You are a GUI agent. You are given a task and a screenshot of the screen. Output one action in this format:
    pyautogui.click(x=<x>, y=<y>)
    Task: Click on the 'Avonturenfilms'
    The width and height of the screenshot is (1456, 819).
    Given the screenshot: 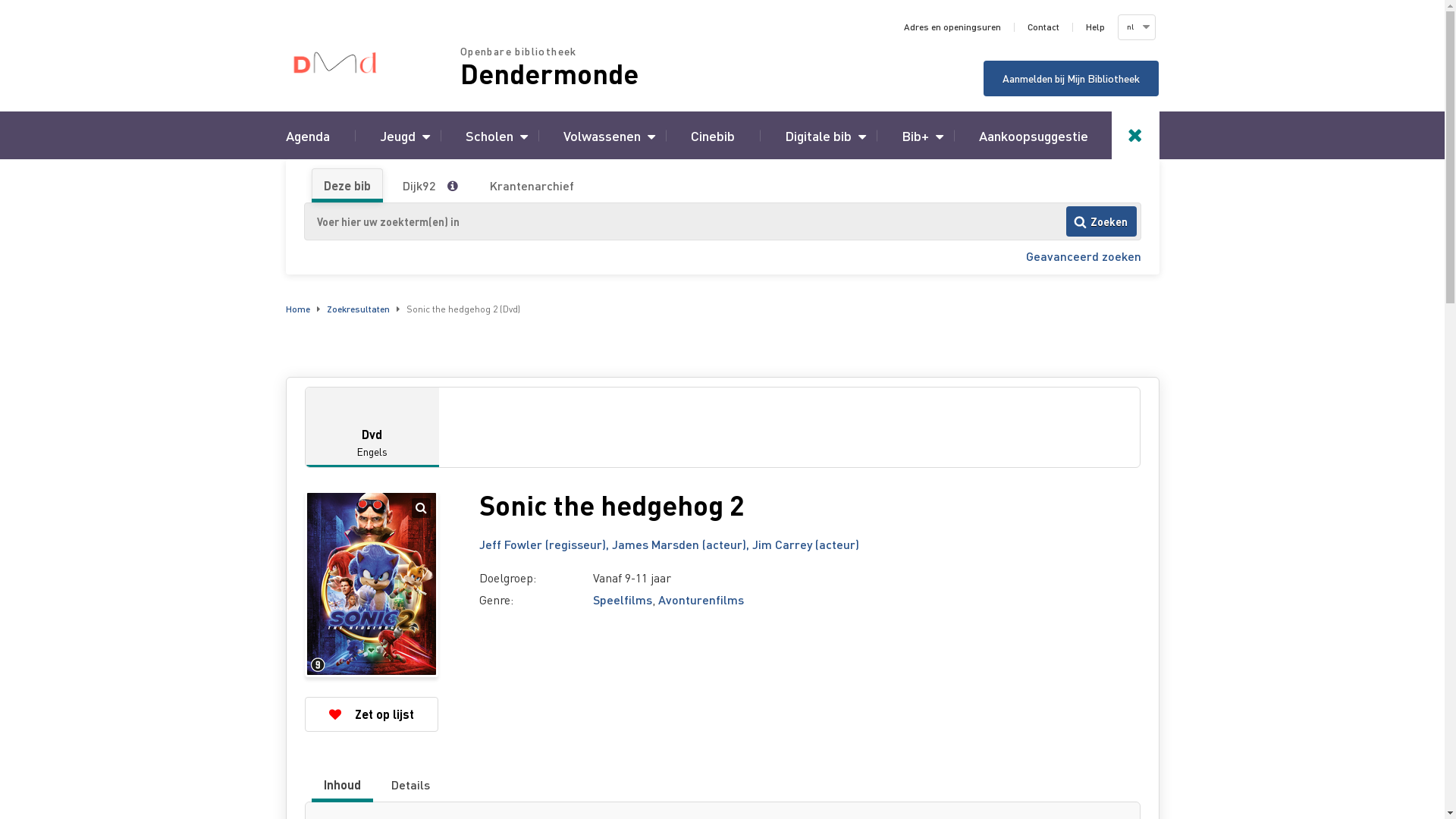 What is the action you would take?
    pyautogui.click(x=658, y=598)
    